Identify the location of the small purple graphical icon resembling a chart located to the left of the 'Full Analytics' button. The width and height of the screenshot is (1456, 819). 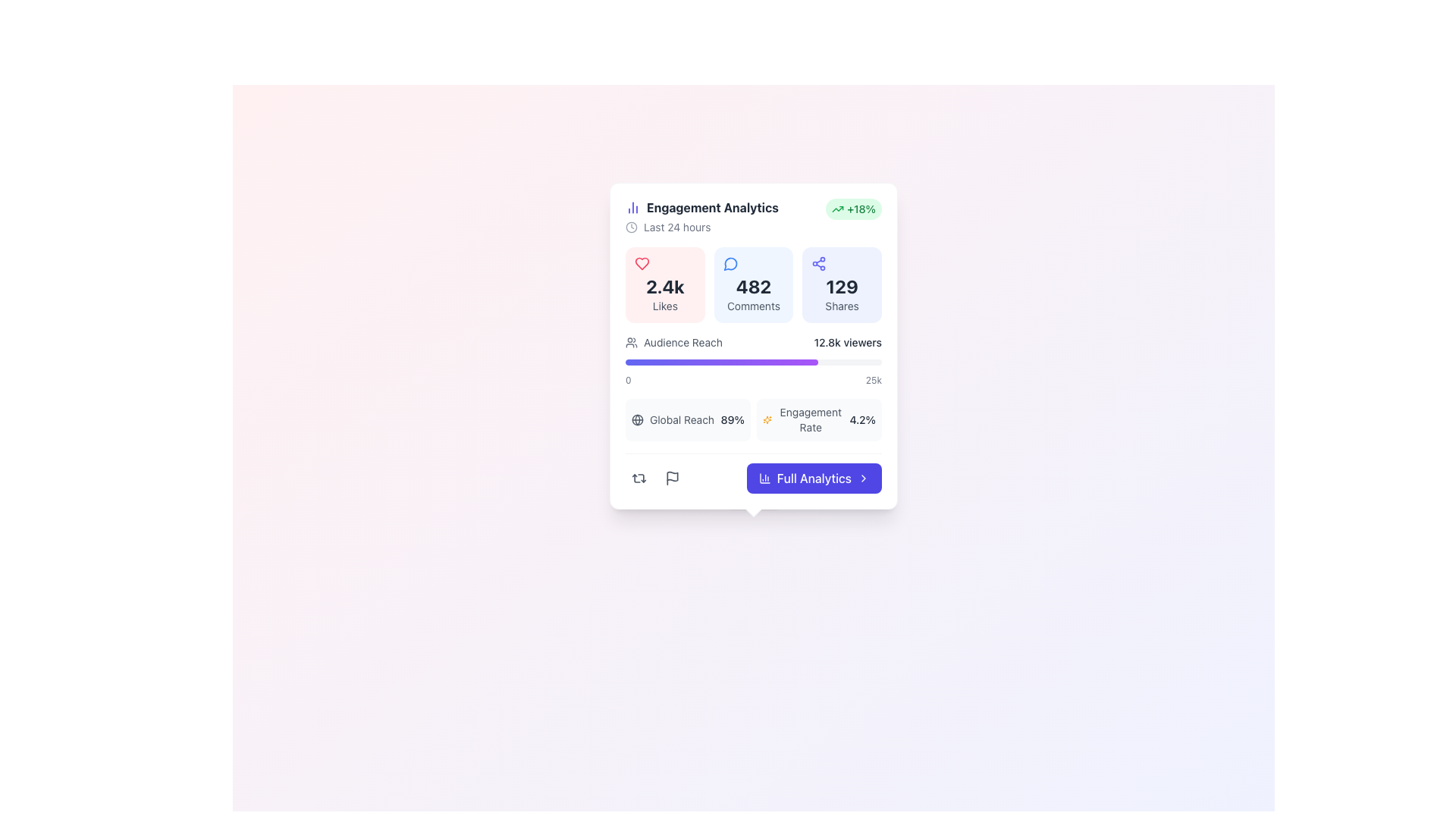
(764, 479).